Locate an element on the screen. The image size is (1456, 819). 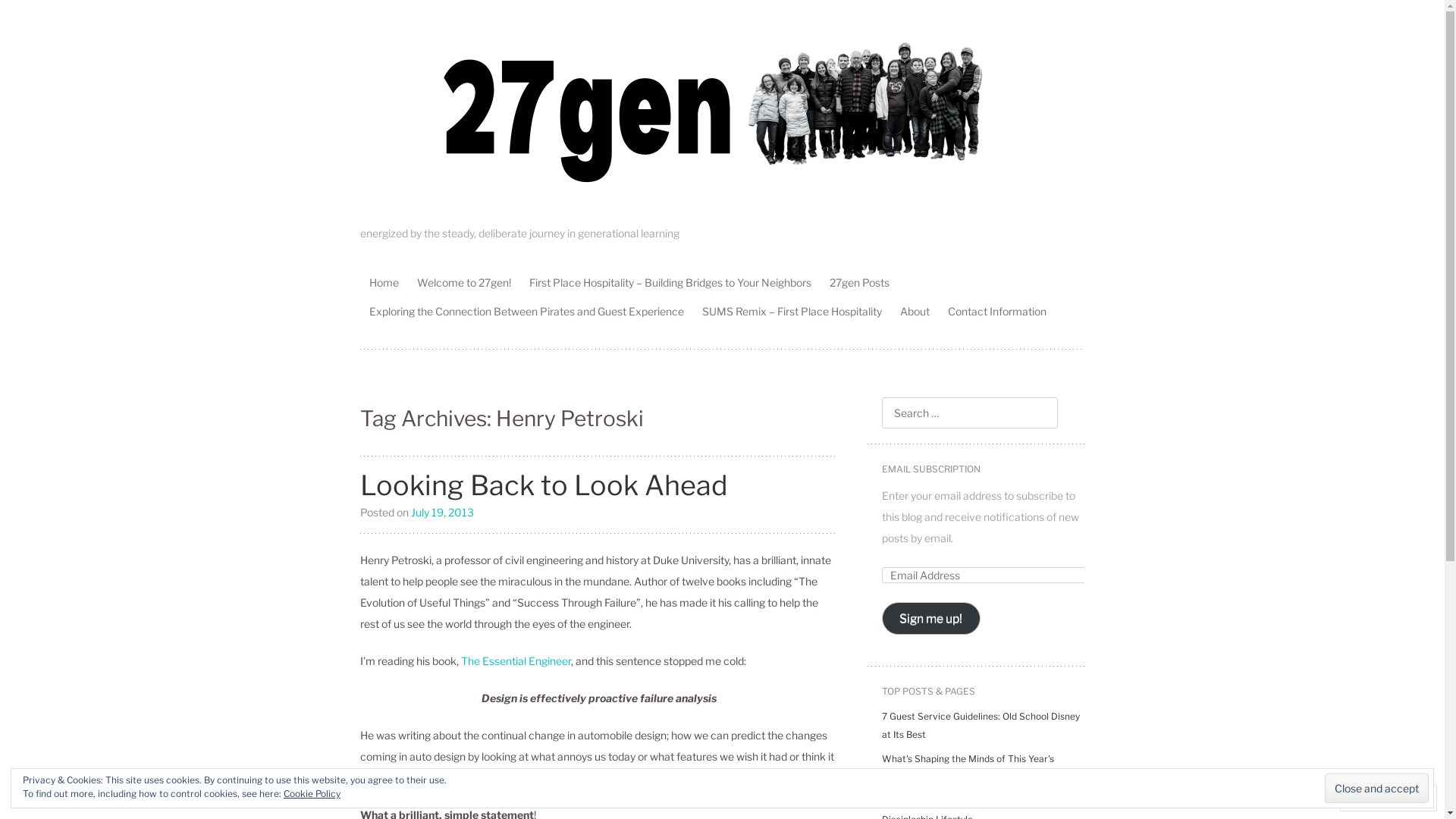
'27gen Posts' is located at coordinates (859, 281).